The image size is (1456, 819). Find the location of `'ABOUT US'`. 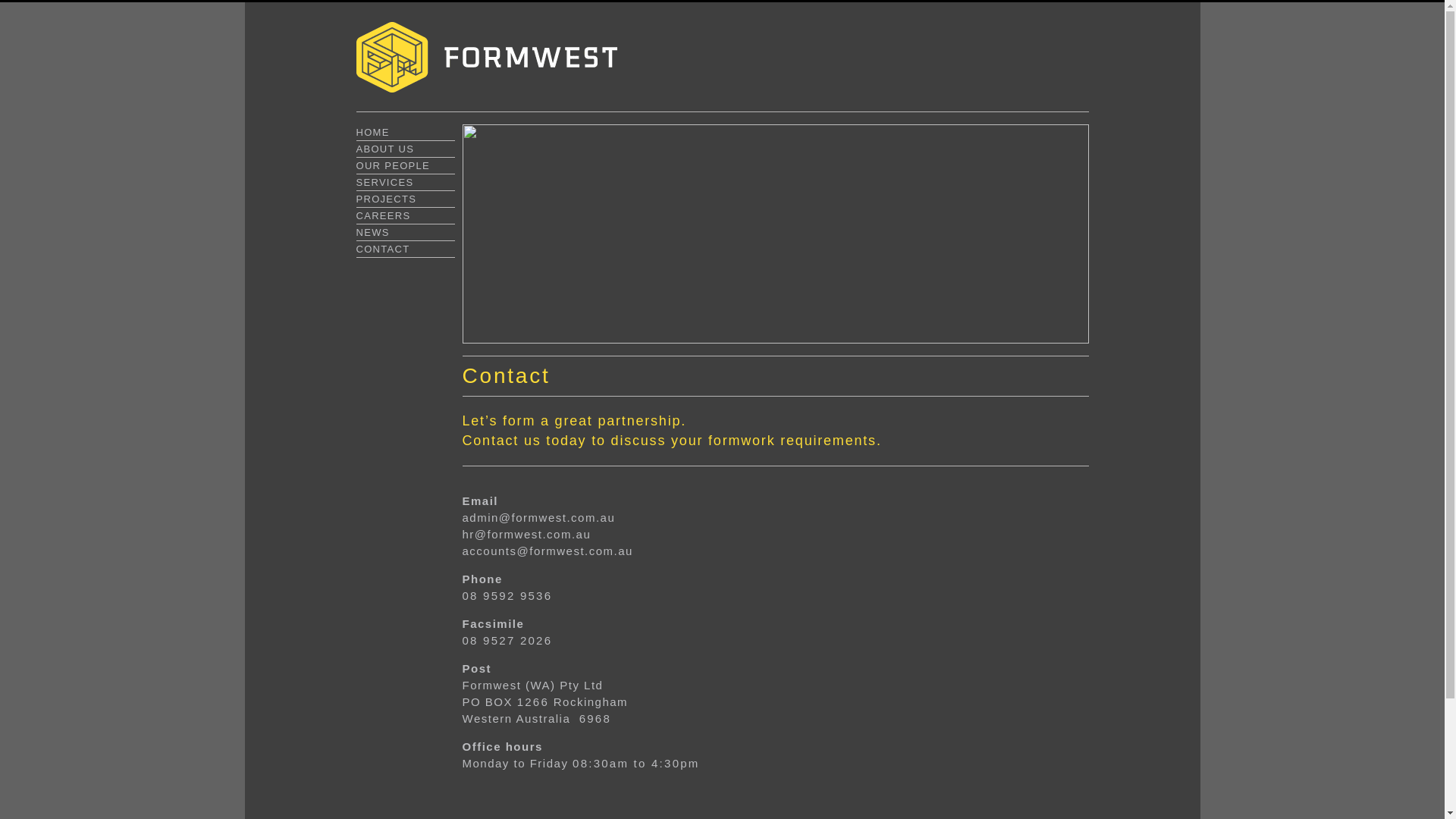

'ABOUT US' is located at coordinates (385, 146).